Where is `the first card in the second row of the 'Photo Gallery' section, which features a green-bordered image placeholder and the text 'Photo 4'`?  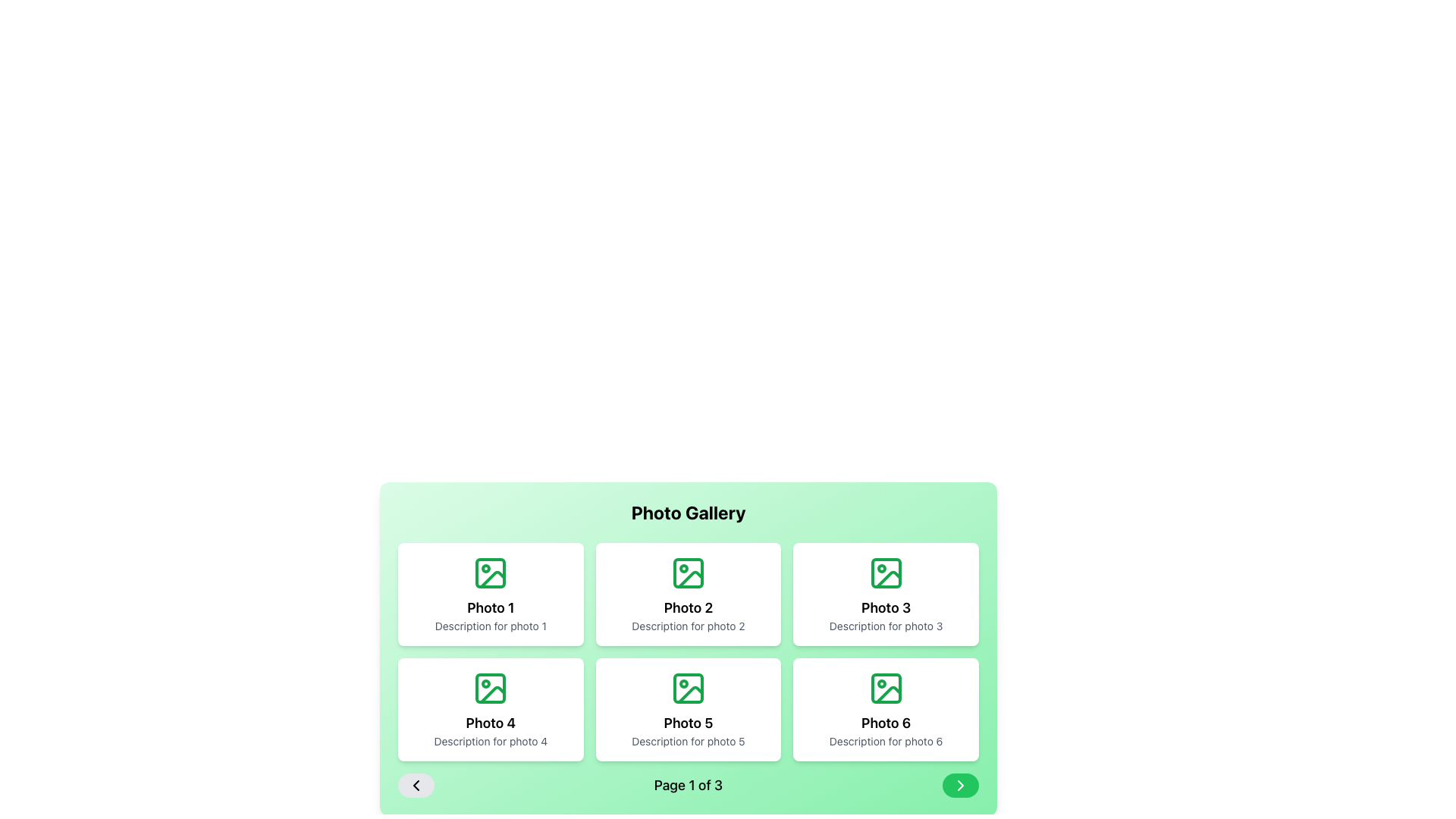
the first card in the second row of the 'Photo Gallery' section, which features a green-bordered image placeholder and the text 'Photo 4' is located at coordinates (491, 710).